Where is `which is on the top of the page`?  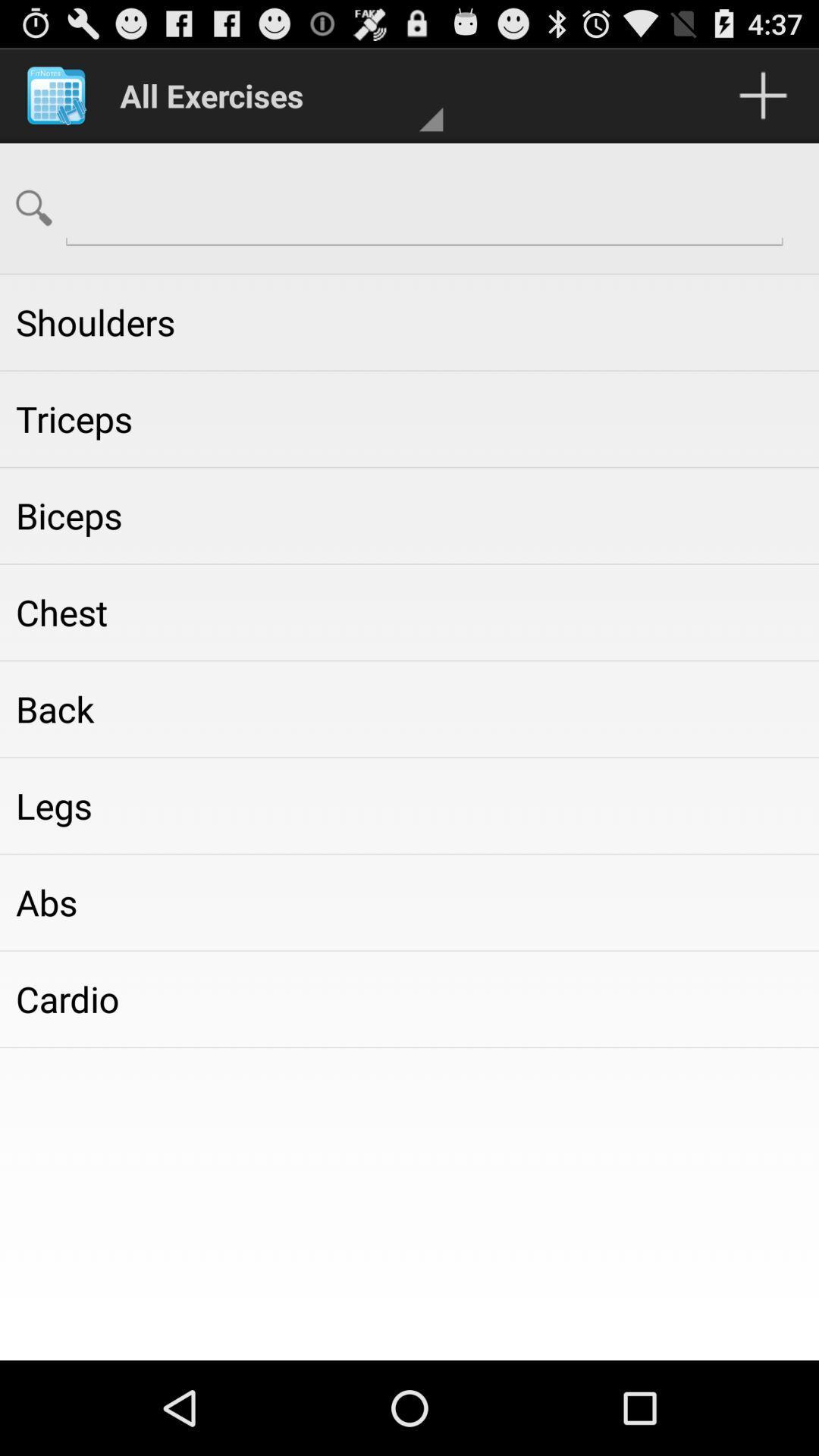 which is on the top of the page is located at coordinates (763, 94).